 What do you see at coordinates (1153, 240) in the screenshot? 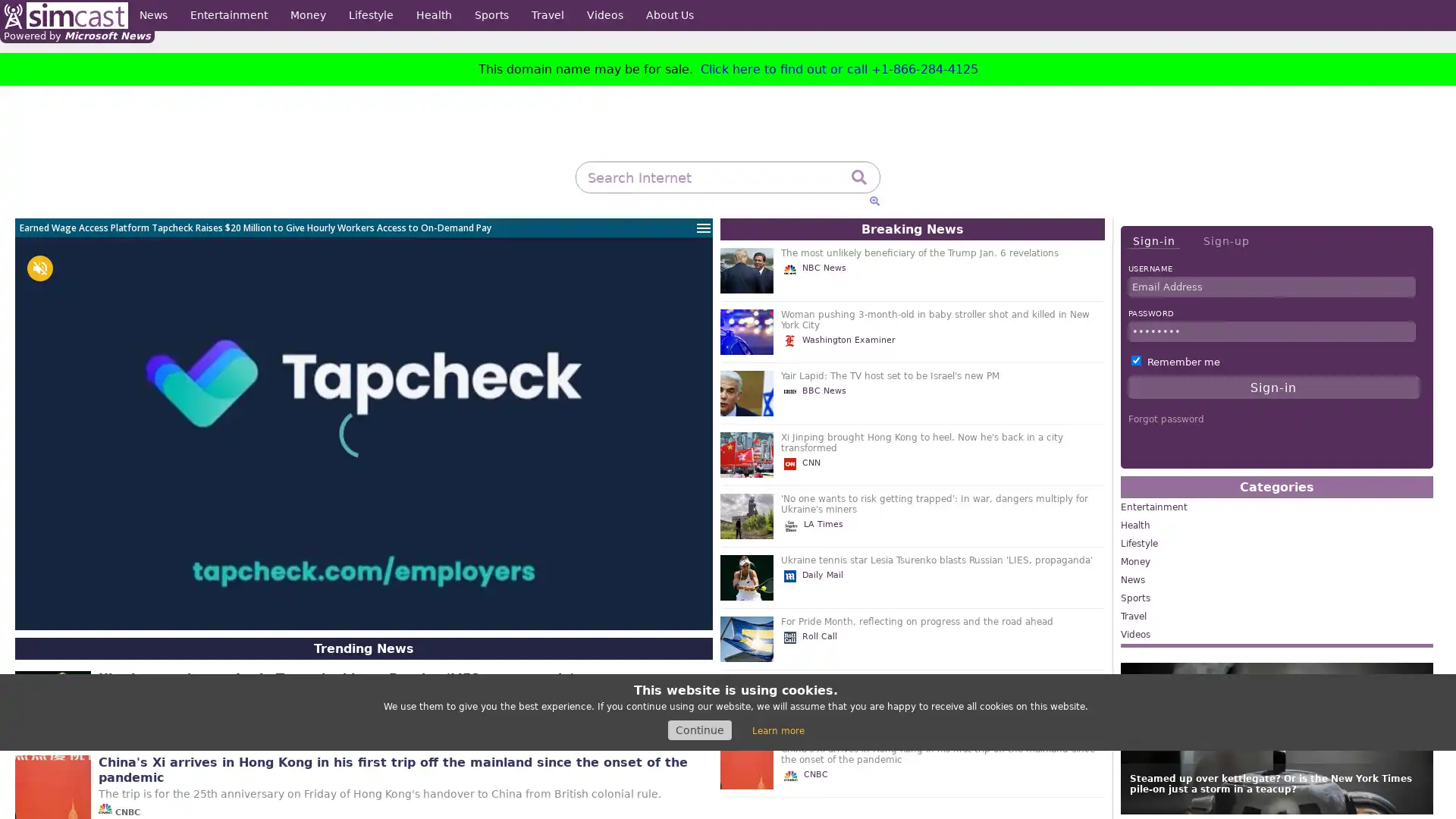
I see `Sign-in` at bounding box center [1153, 240].